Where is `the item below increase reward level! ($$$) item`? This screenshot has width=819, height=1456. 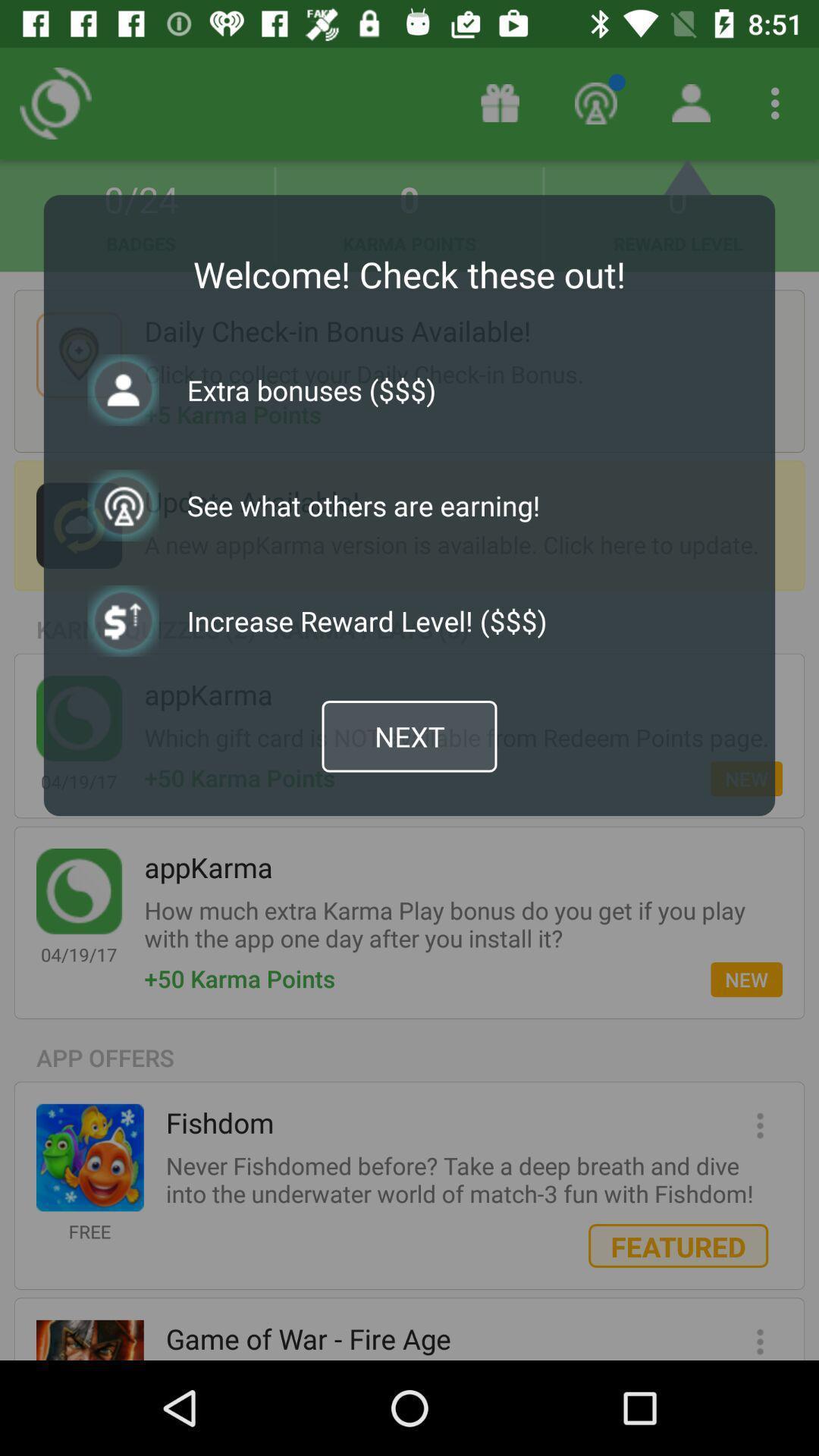
the item below increase reward level! ($$$) item is located at coordinates (409, 736).